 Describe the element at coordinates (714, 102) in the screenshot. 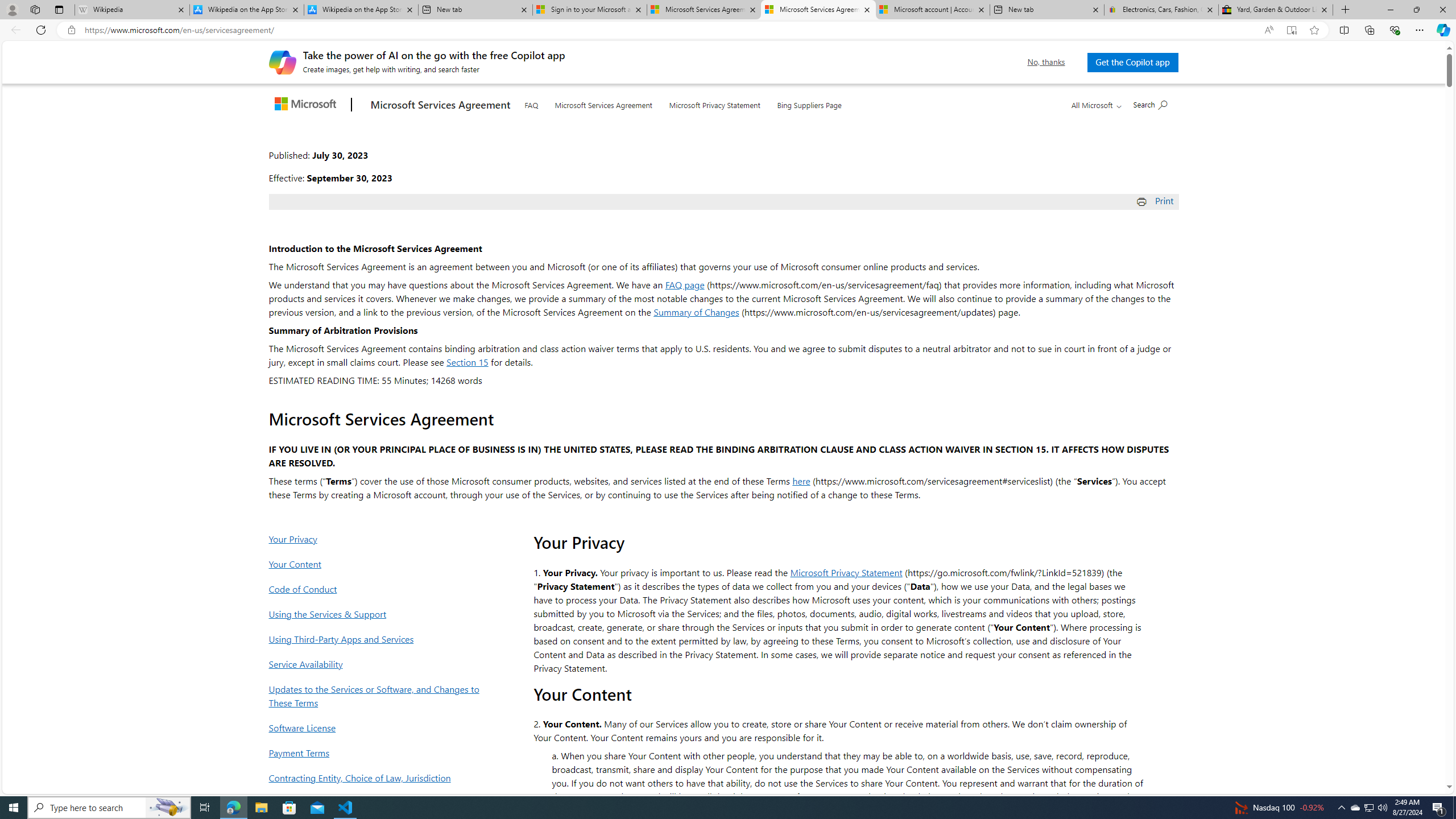

I see `'Microsoft Privacy Statement'` at that location.